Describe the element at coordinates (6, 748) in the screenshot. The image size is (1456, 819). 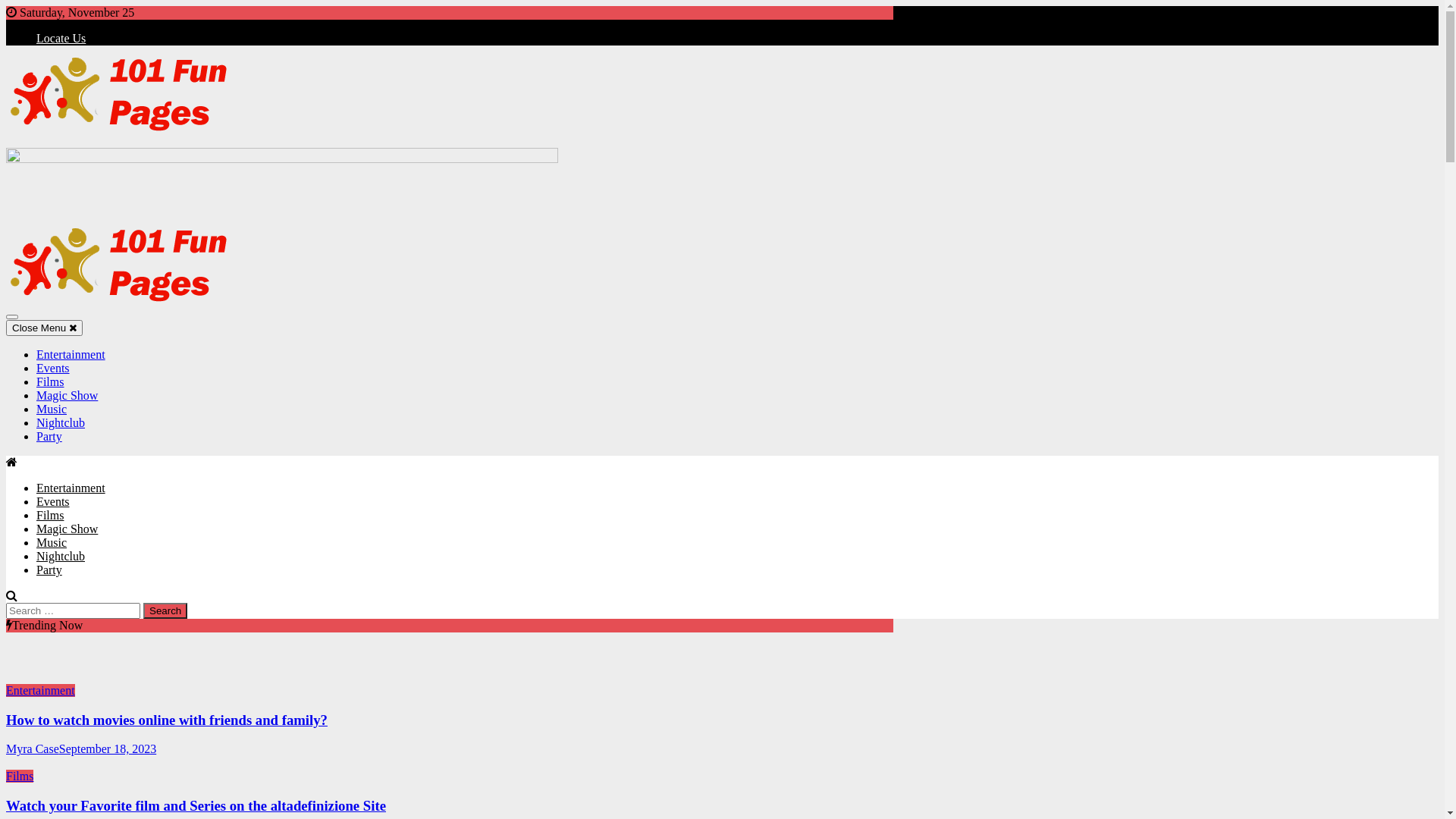
I see `'Myra Case'` at that location.